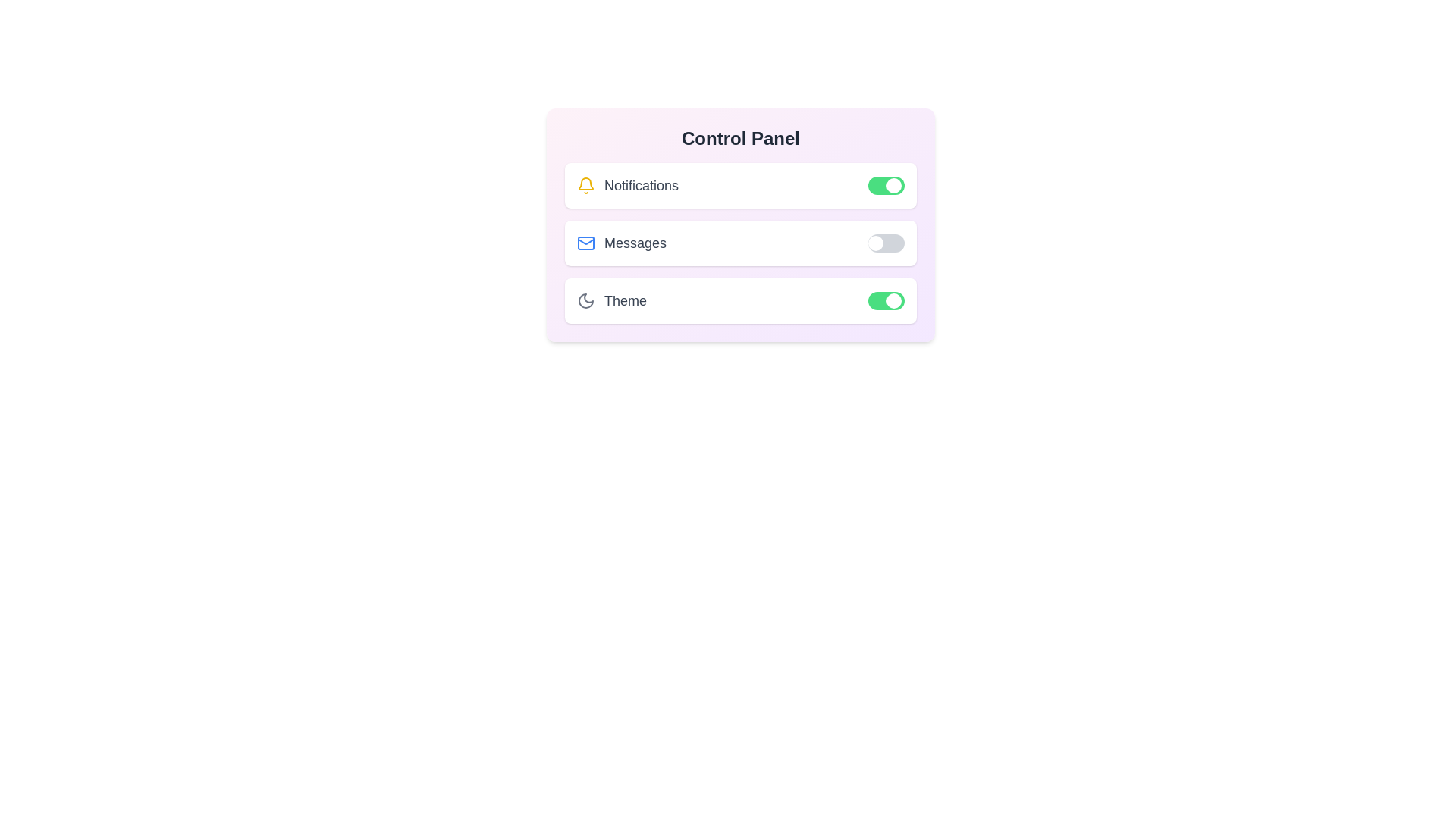 The height and width of the screenshot is (819, 1456). What do you see at coordinates (886, 185) in the screenshot?
I see `the toggle switch in the Notifications row of the control panel to switch it off` at bounding box center [886, 185].